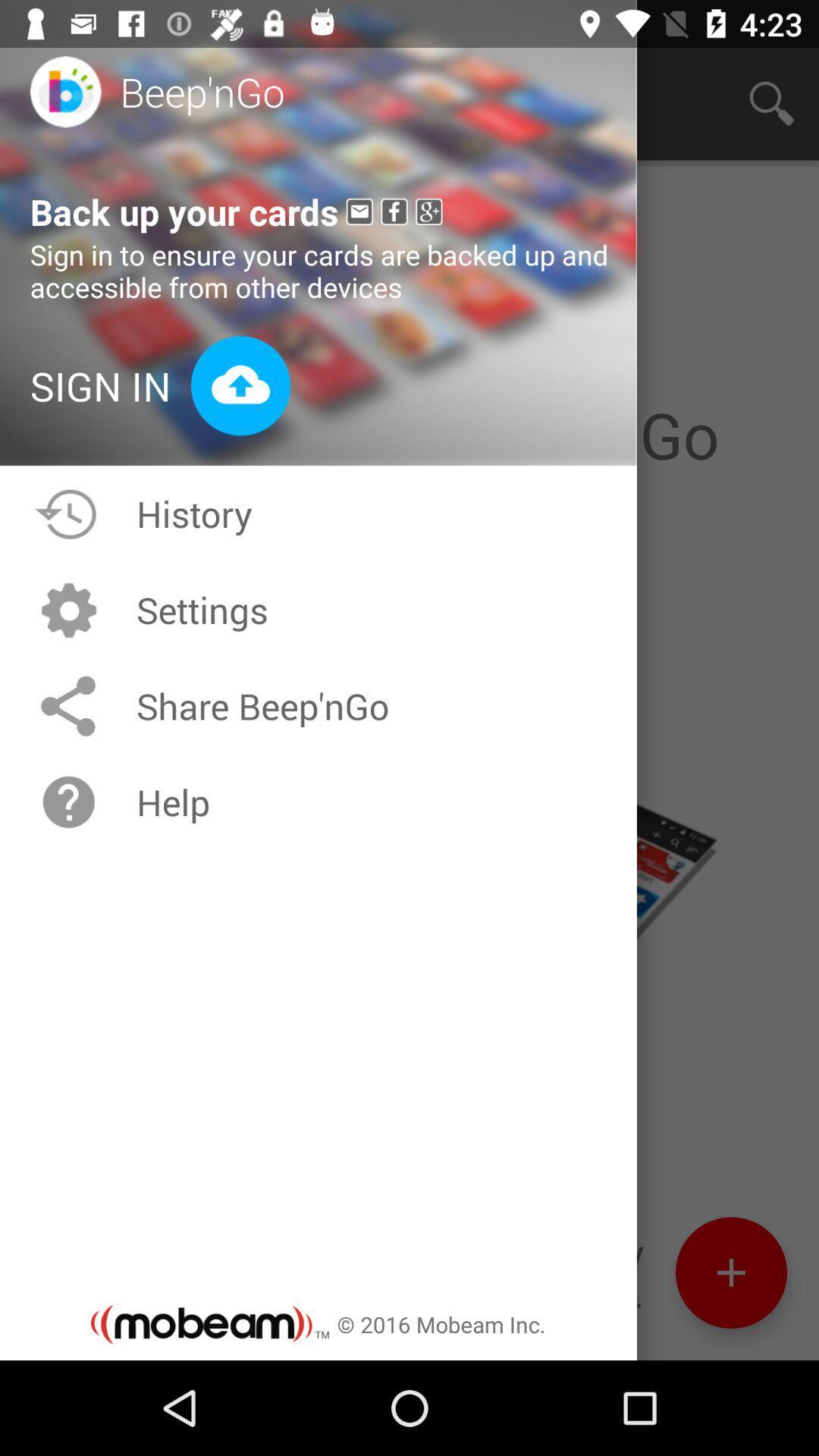 The image size is (819, 1456). Describe the element at coordinates (730, 1362) in the screenshot. I see `the add icon` at that location.